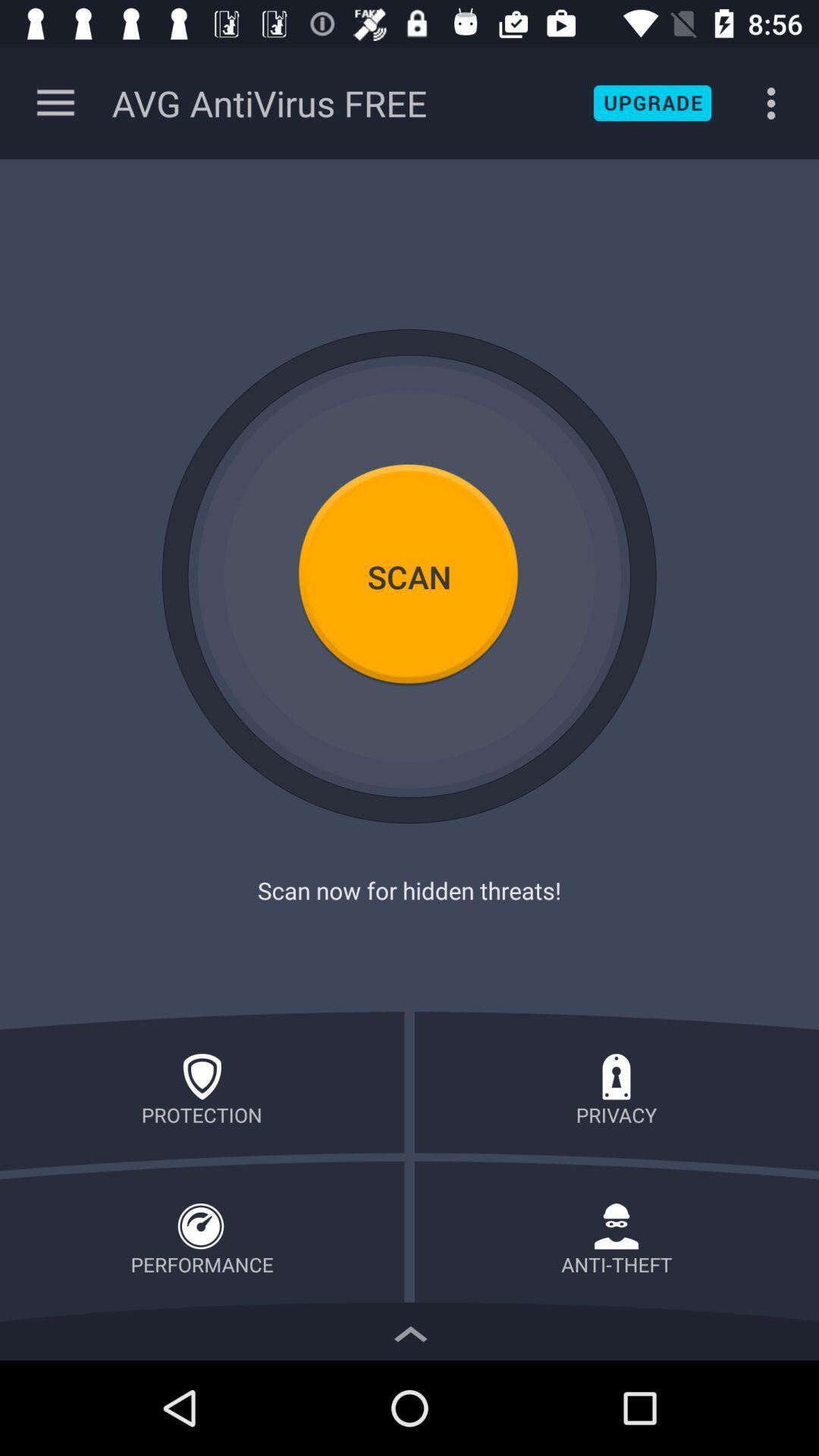 The image size is (819, 1456). What do you see at coordinates (651, 102) in the screenshot?
I see `upgrade app` at bounding box center [651, 102].